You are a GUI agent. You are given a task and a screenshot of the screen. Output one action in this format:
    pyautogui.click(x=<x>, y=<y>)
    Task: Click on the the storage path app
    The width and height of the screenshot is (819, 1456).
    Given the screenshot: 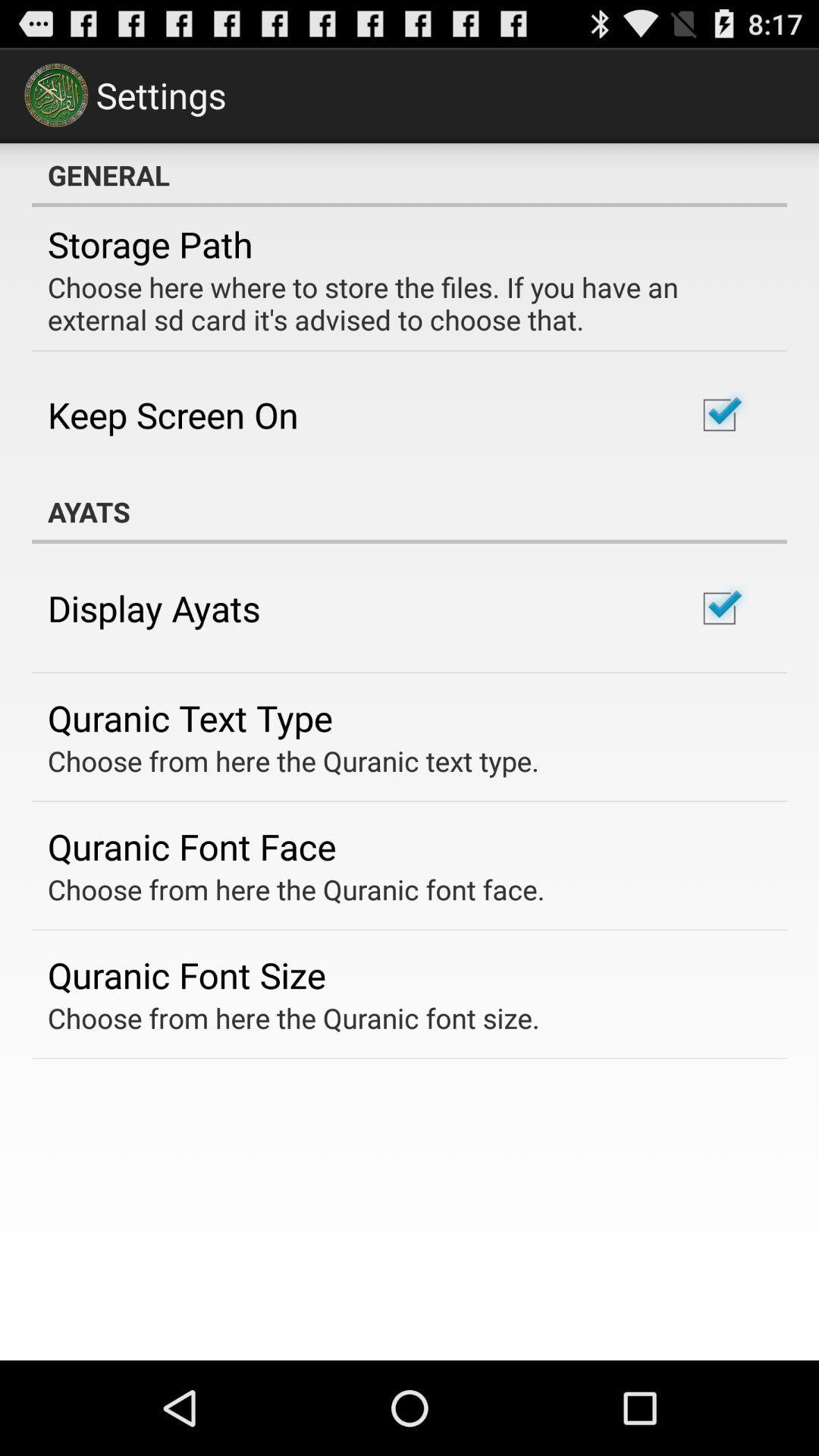 What is the action you would take?
    pyautogui.click(x=150, y=244)
    